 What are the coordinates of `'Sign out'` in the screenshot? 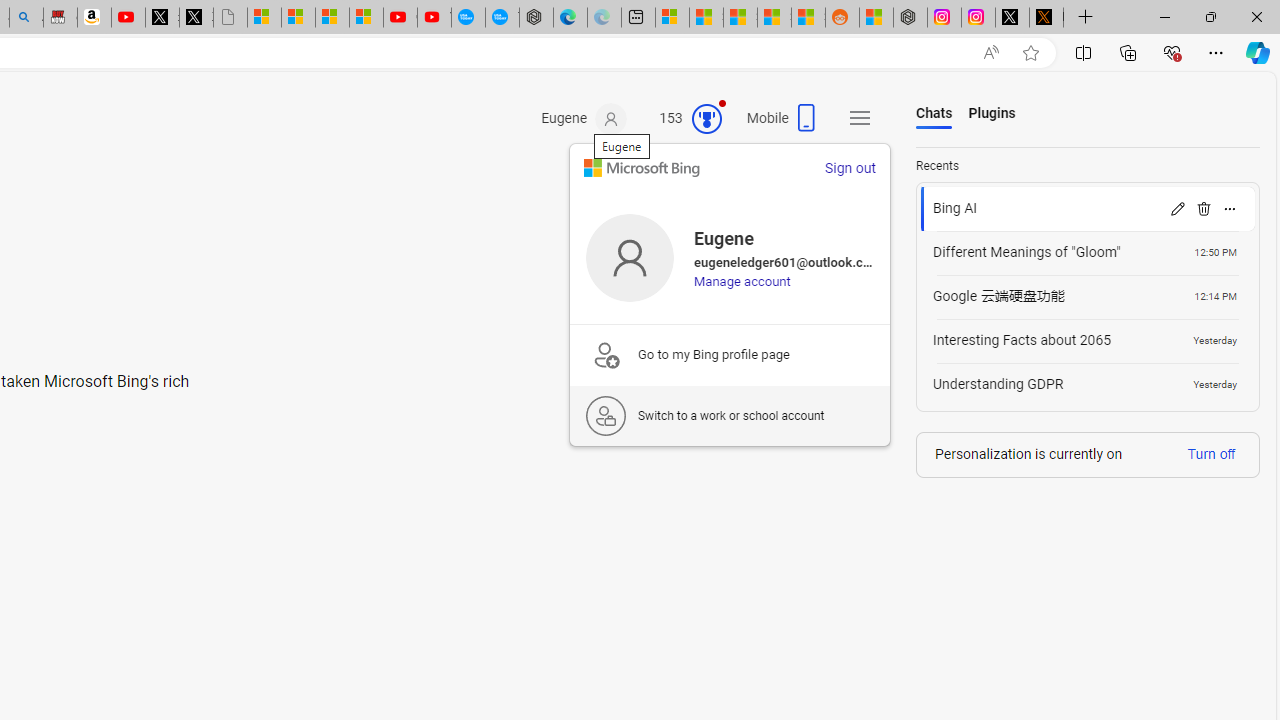 It's located at (849, 167).